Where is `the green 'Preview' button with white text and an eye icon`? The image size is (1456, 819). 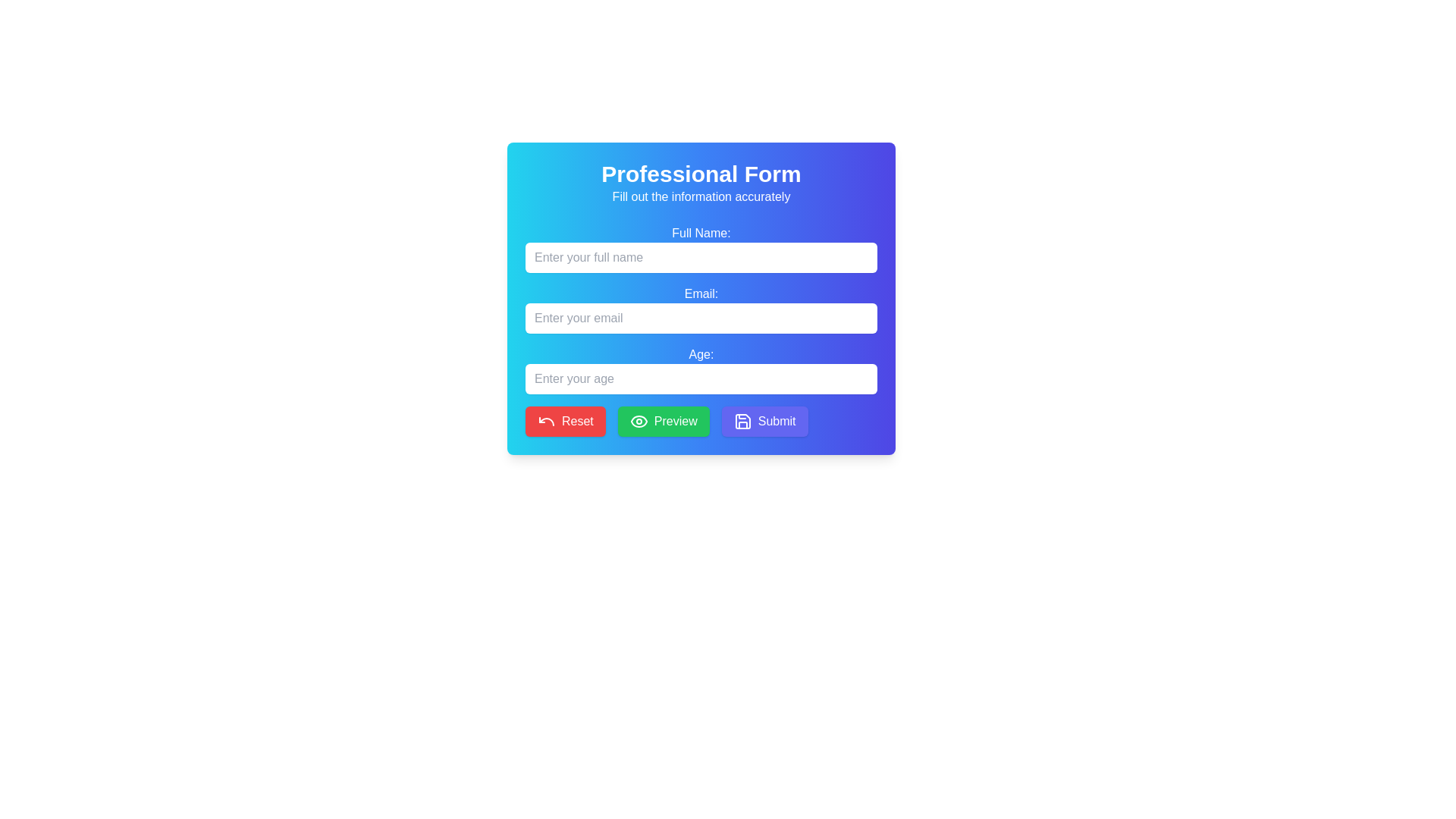 the green 'Preview' button with white text and an eye icon is located at coordinates (664, 421).